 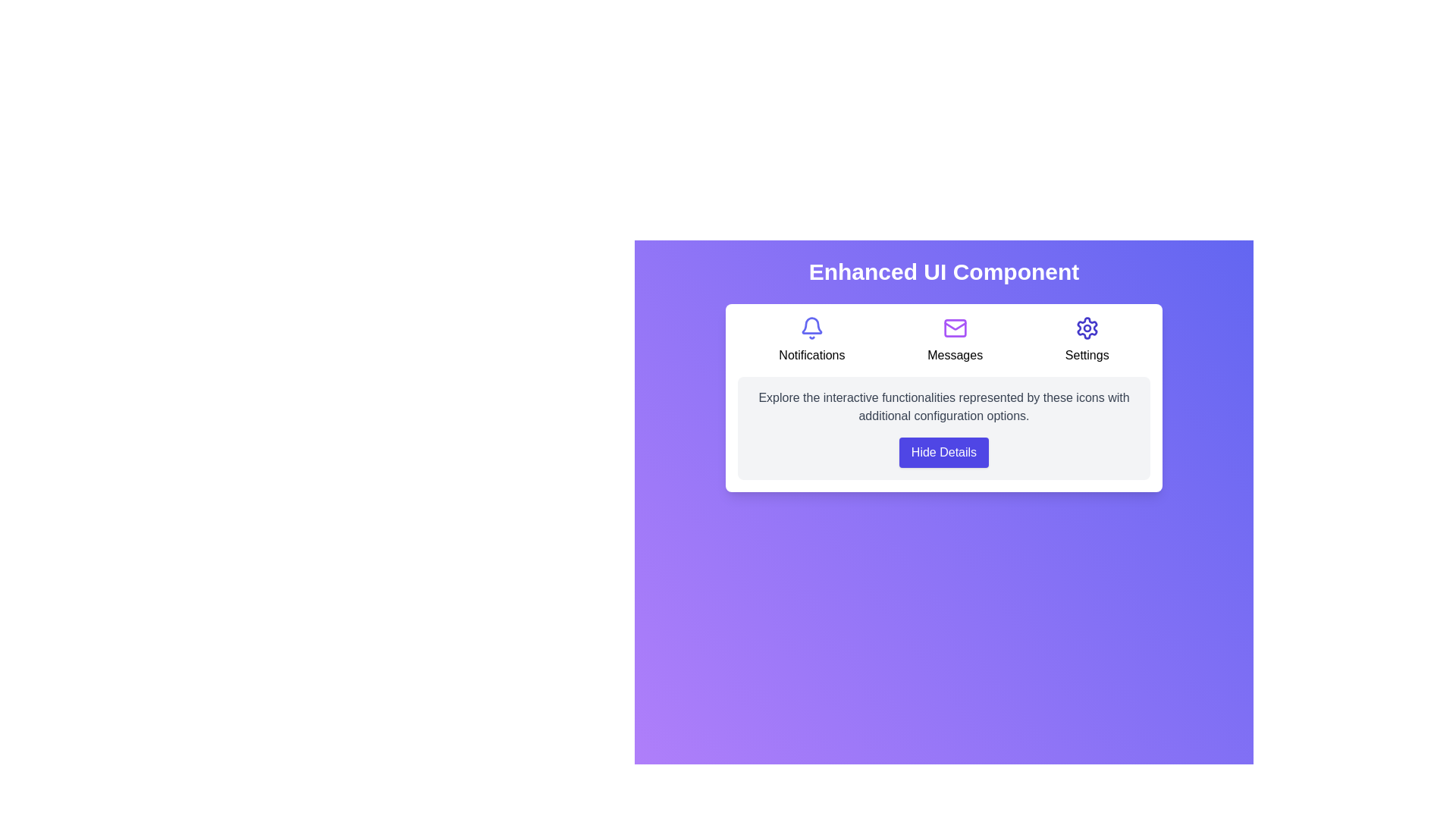 What do you see at coordinates (1086, 339) in the screenshot?
I see `the 'Settings' button, which features a gear icon with a purple outline and a label underneath reading 'Settings'` at bounding box center [1086, 339].